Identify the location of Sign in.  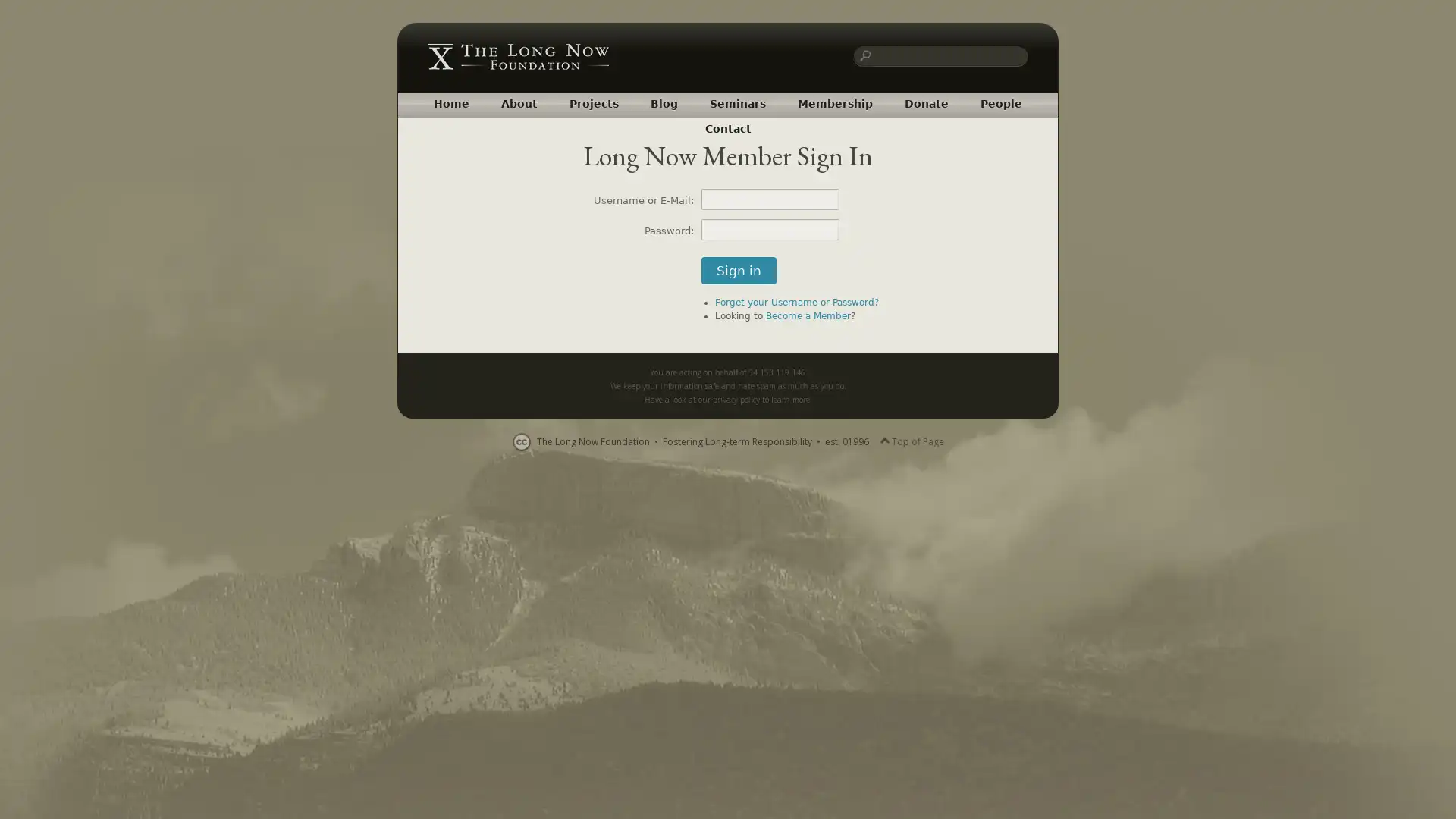
(739, 270).